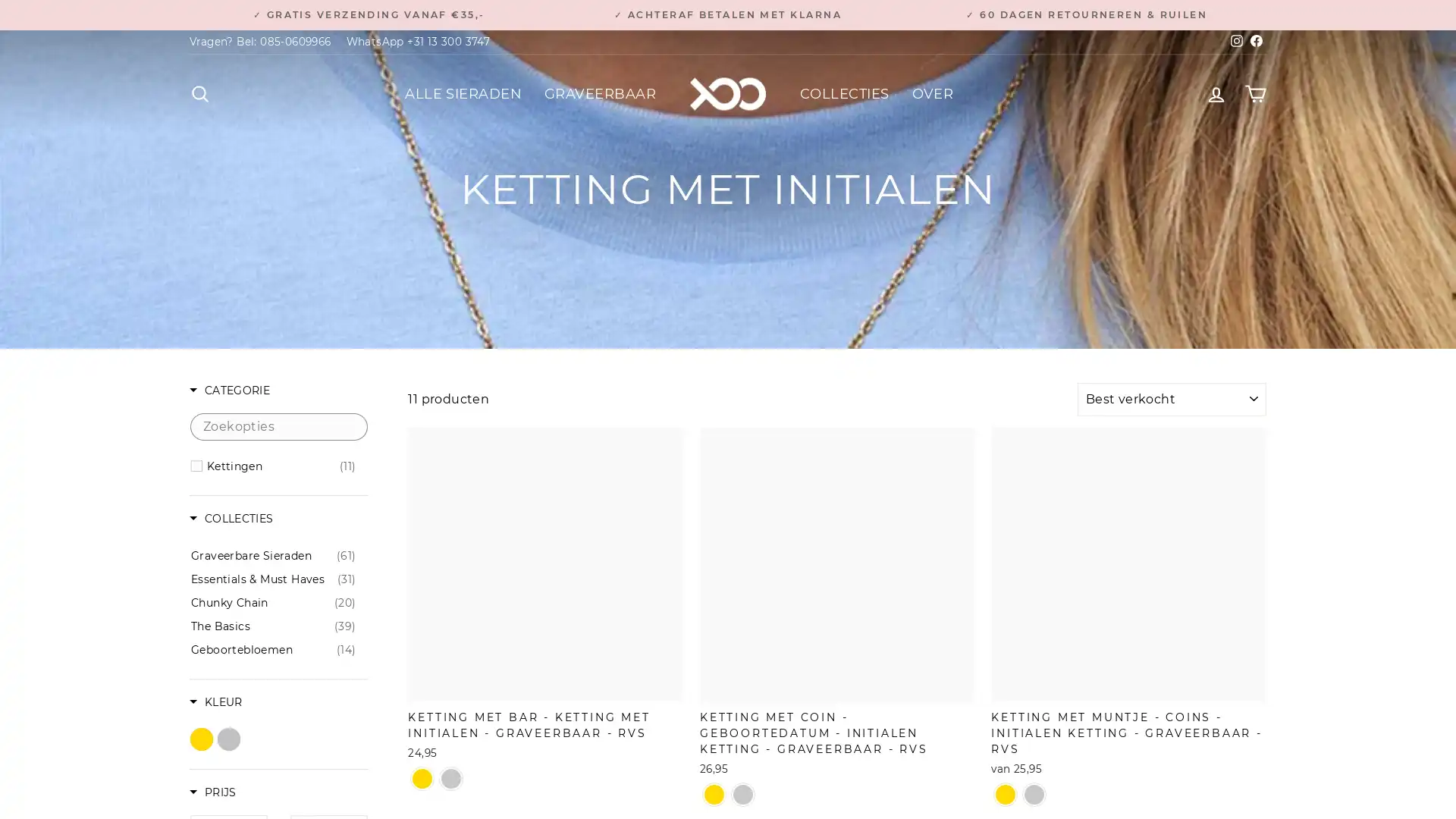  What do you see at coordinates (732, 8) in the screenshot?
I see `Pauzeer slideshow` at bounding box center [732, 8].